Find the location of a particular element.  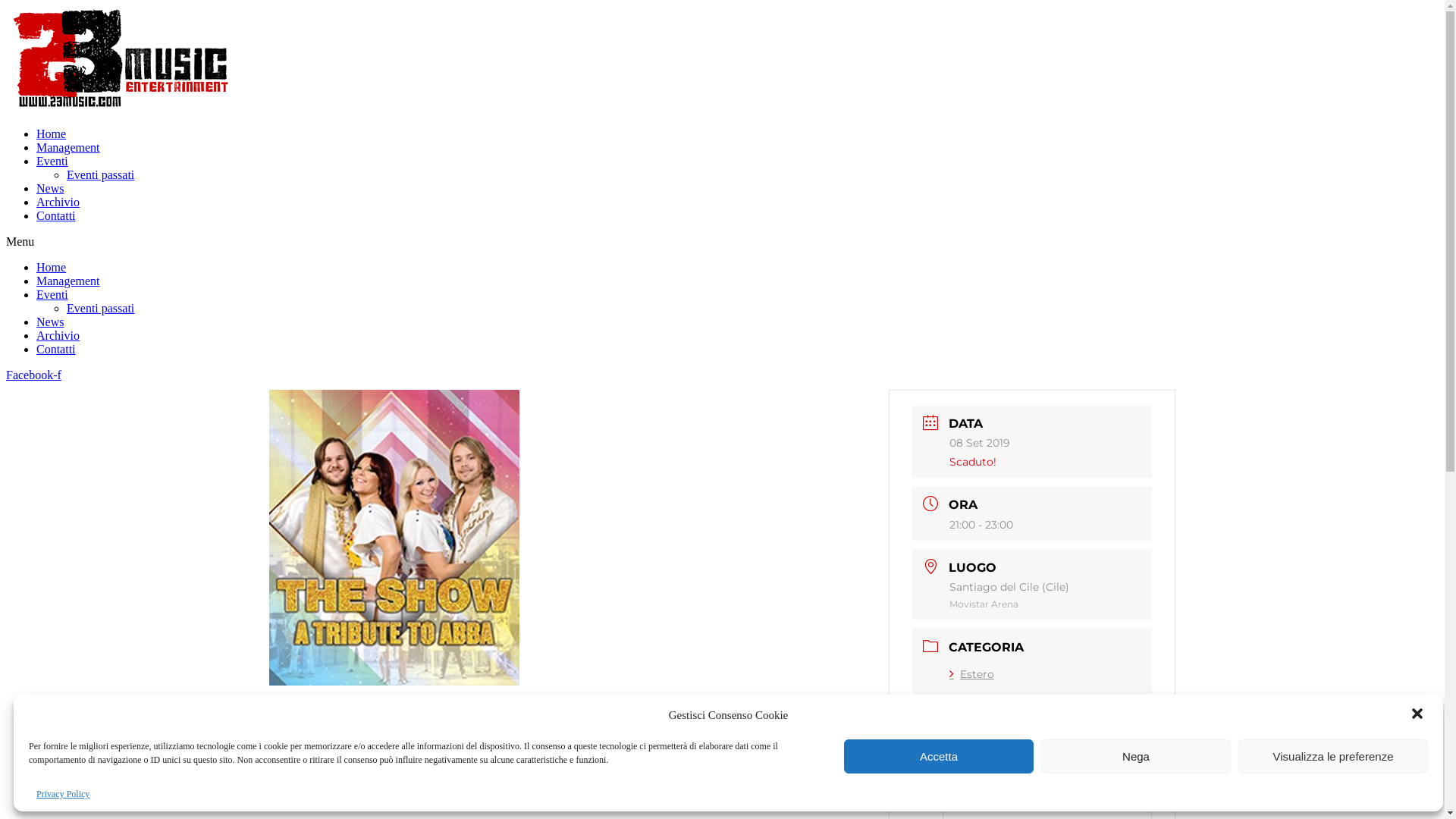

'Archivio' is located at coordinates (58, 334).